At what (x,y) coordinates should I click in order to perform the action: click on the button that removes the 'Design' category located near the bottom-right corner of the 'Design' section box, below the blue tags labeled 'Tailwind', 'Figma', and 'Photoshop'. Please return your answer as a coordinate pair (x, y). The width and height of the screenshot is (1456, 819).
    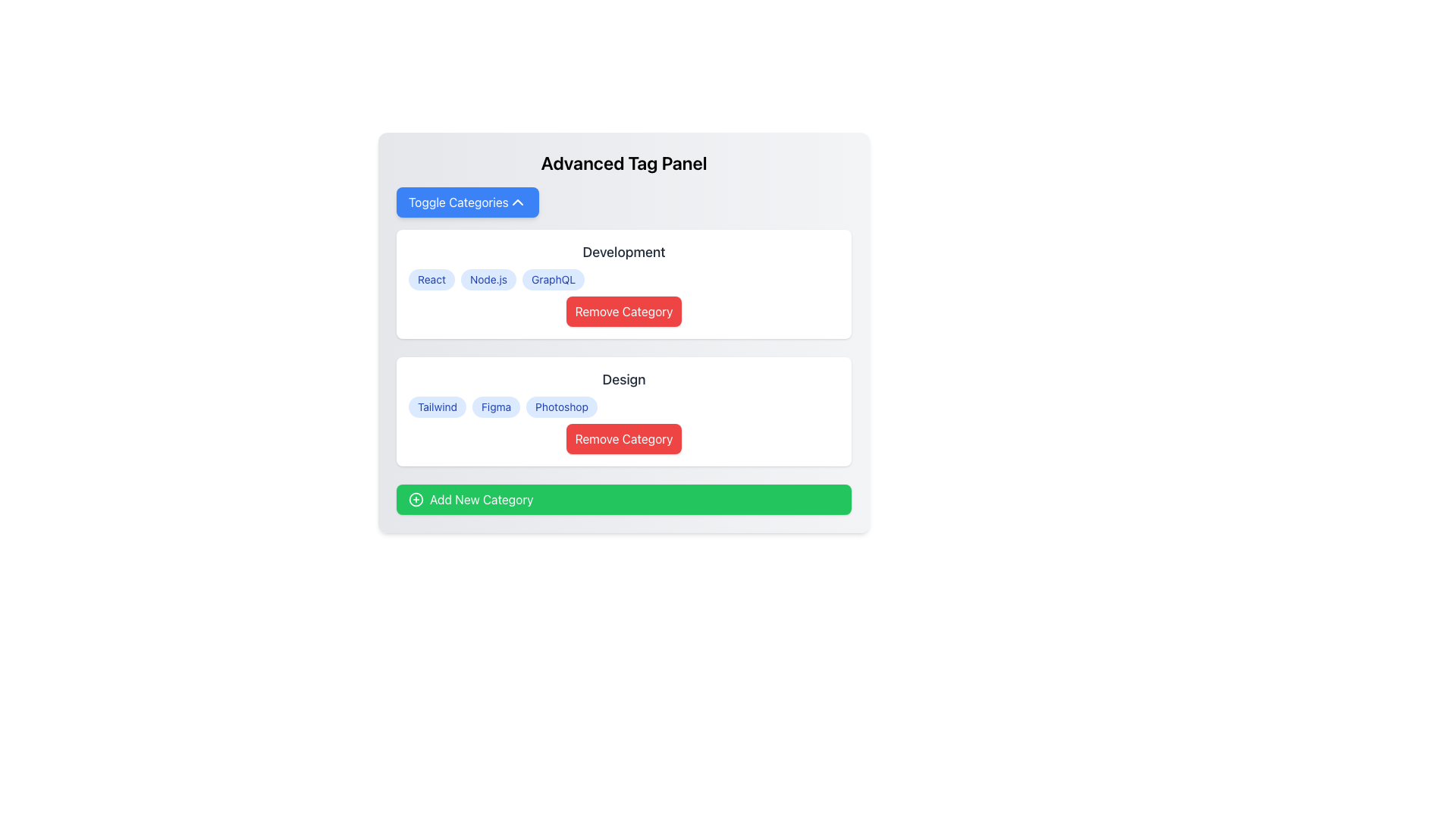
    Looking at the image, I should click on (623, 438).